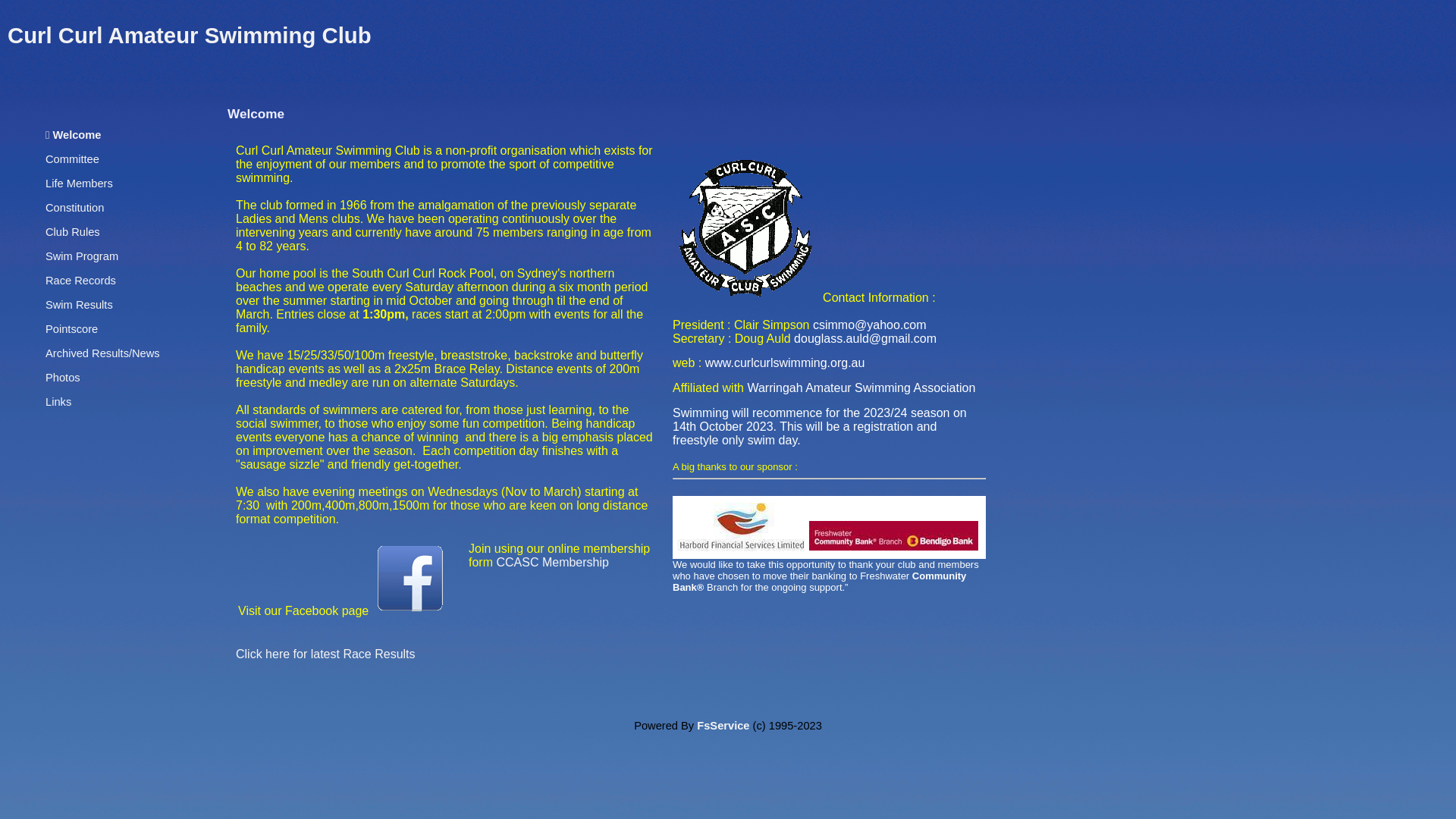  What do you see at coordinates (61, 376) in the screenshot?
I see `'Photos'` at bounding box center [61, 376].